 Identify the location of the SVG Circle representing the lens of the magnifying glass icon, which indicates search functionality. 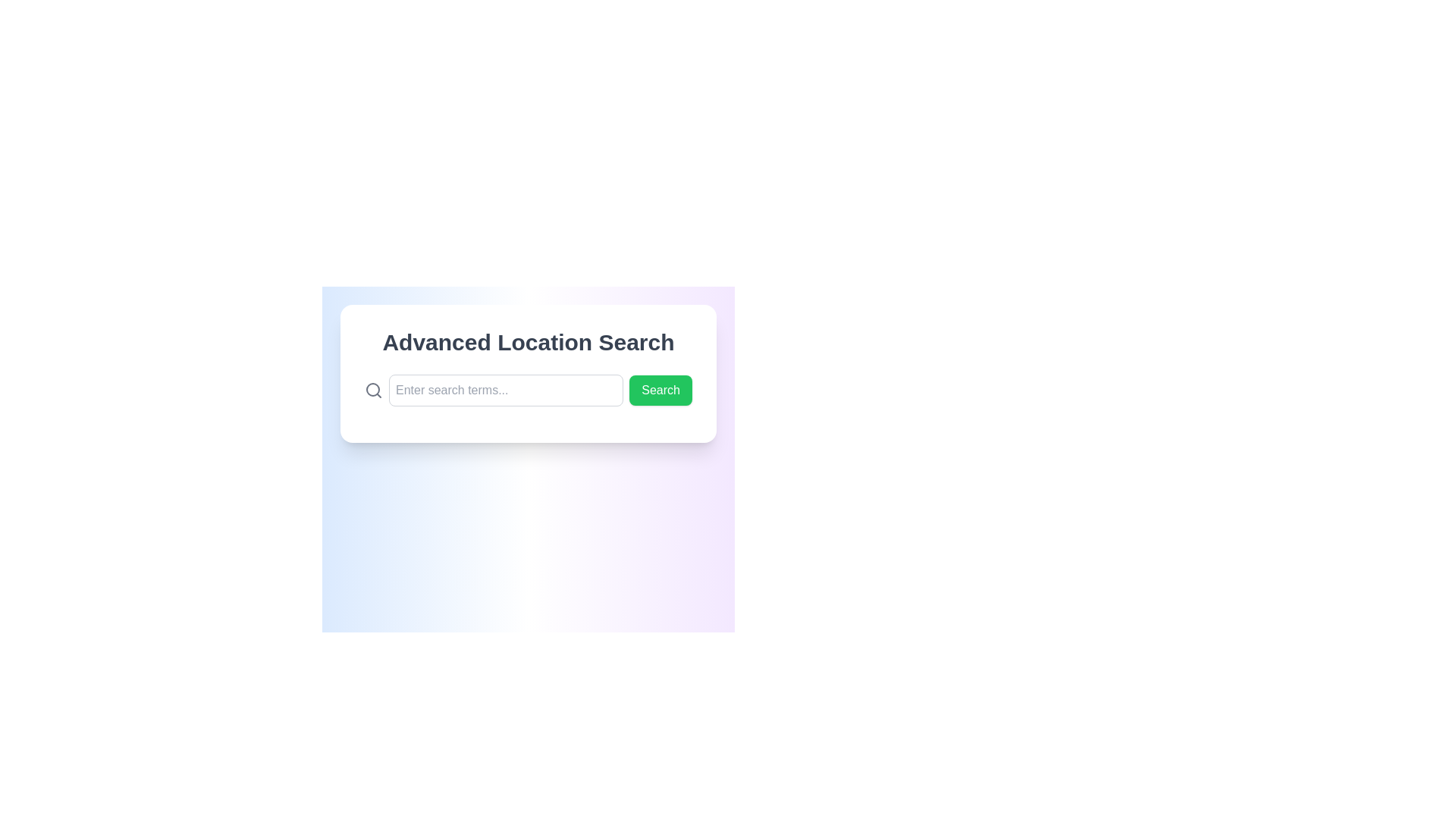
(372, 388).